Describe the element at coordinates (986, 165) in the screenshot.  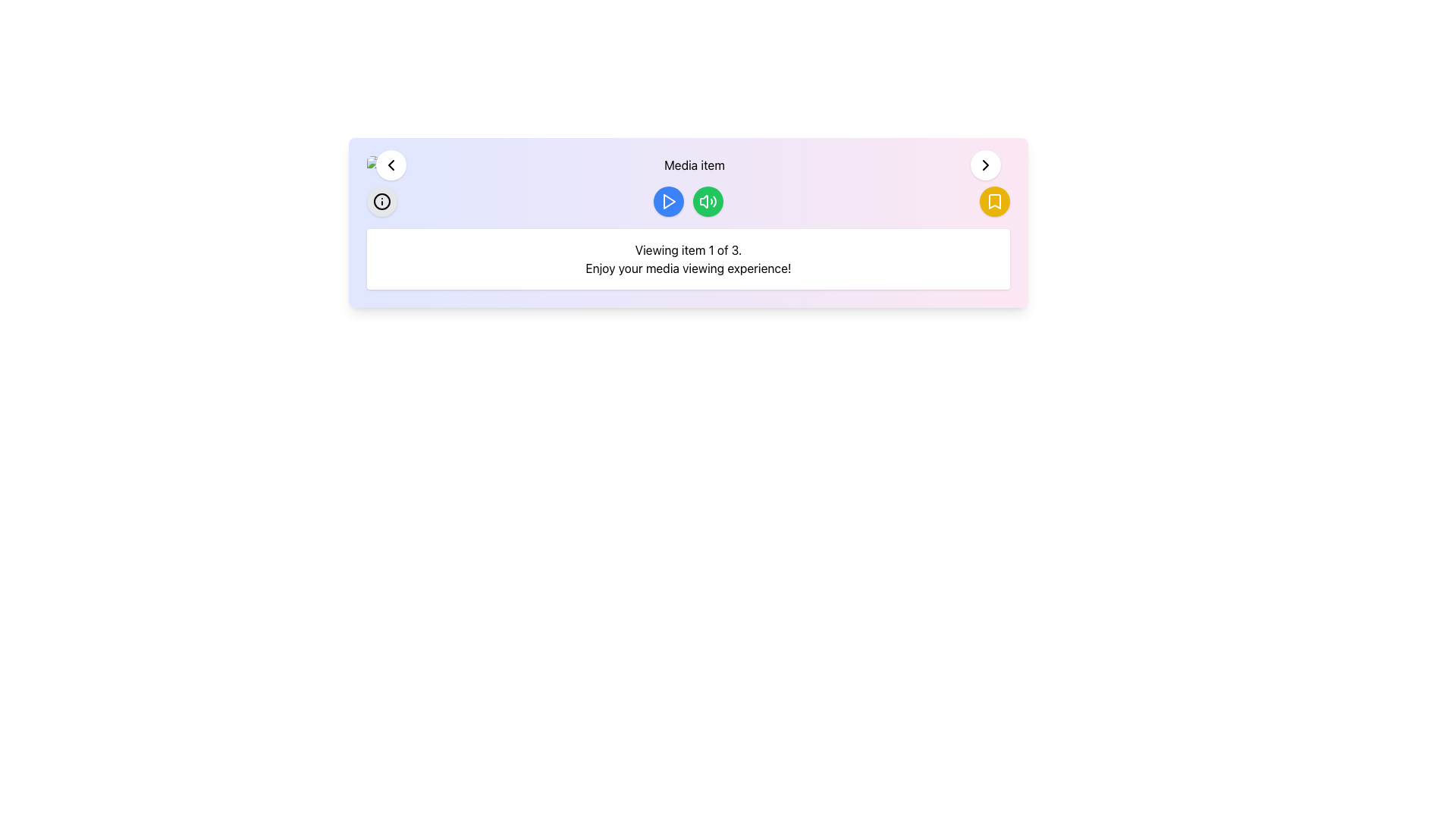
I see `the circular button with a white background and black rightward arrow icon located in the top-right corner of the section` at that location.